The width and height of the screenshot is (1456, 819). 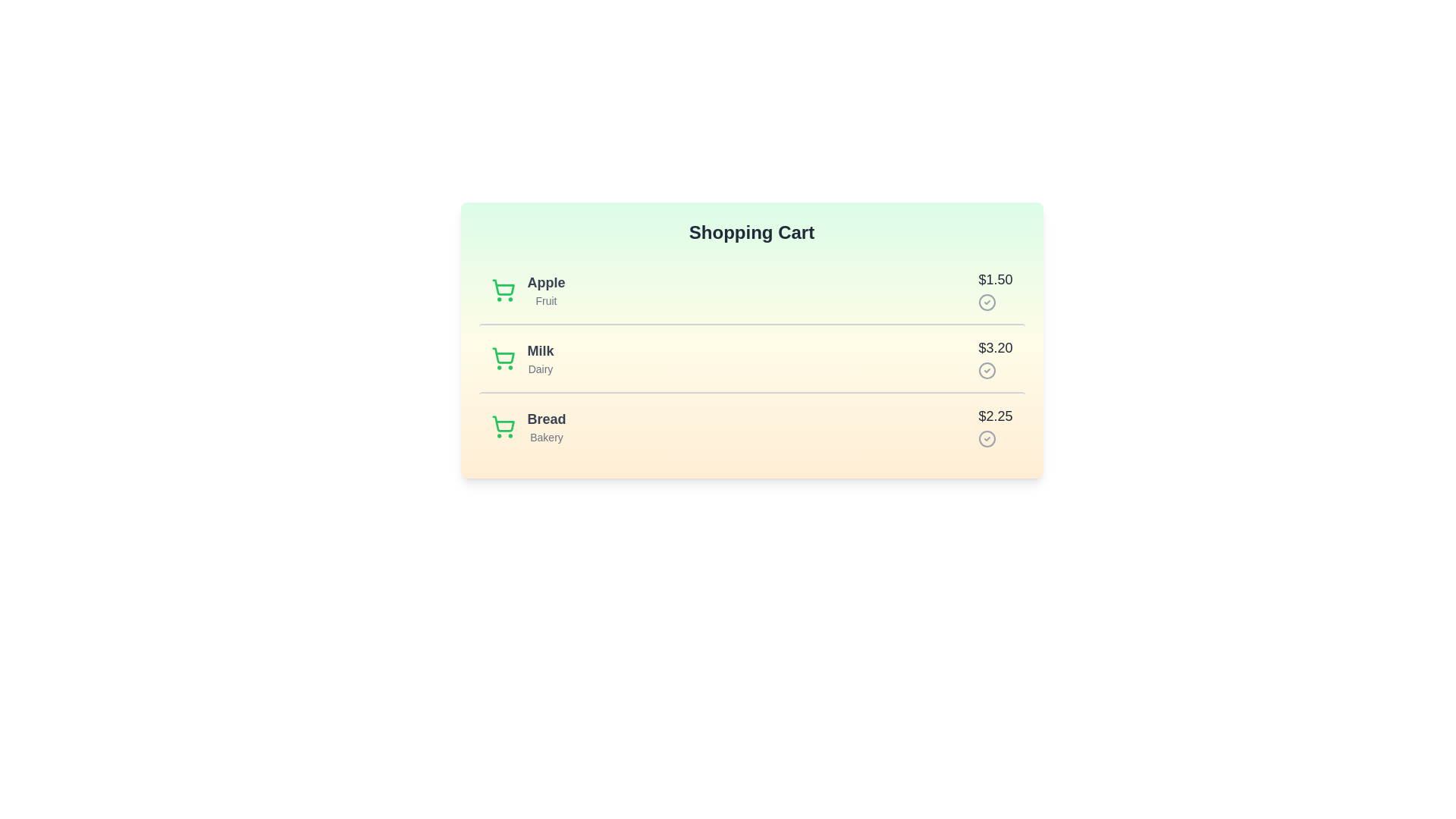 I want to click on the shopping cart icon next to the item Milk, so click(x=503, y=359).